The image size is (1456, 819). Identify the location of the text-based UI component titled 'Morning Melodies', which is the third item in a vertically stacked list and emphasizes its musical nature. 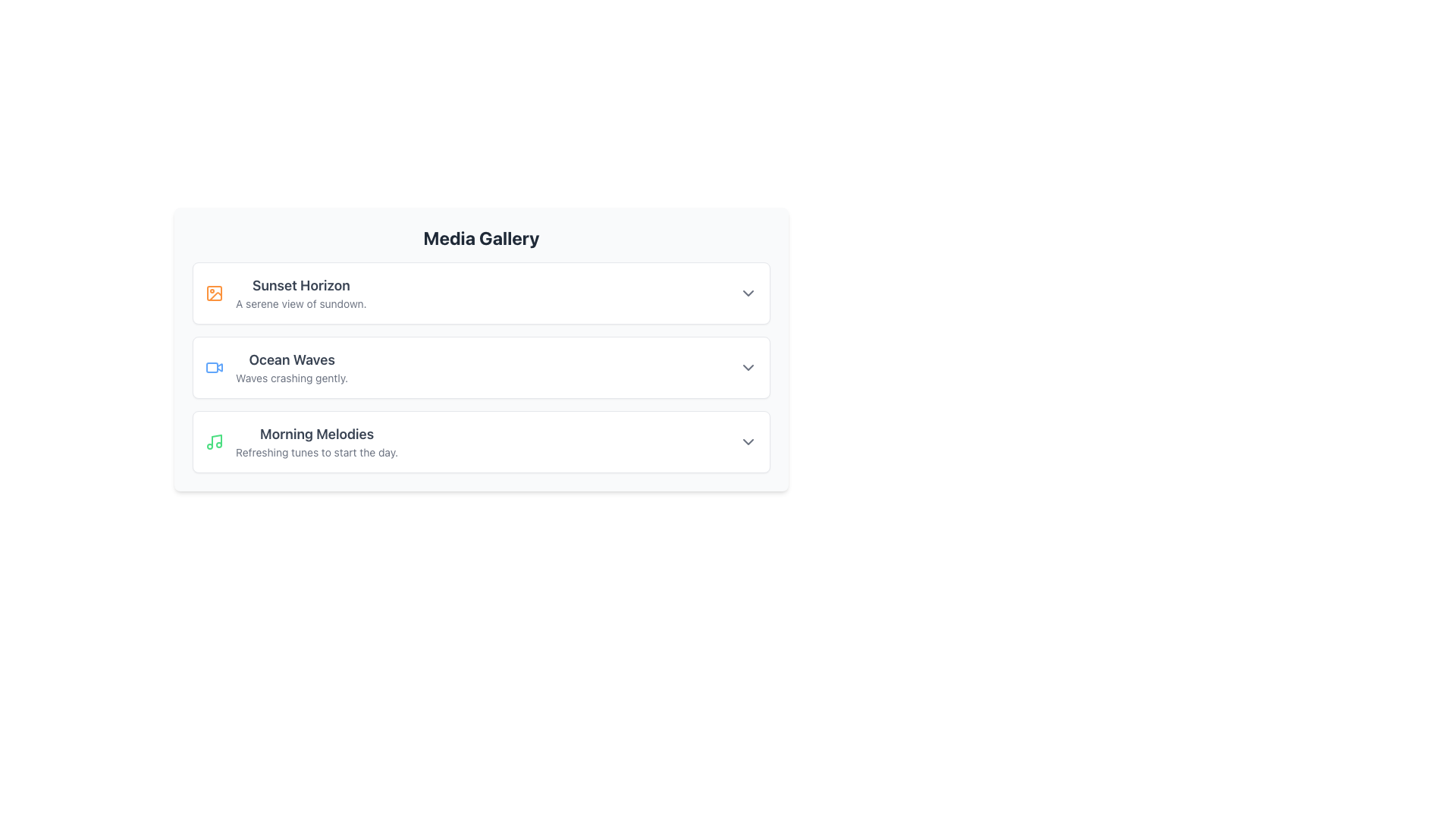
(316, 441).